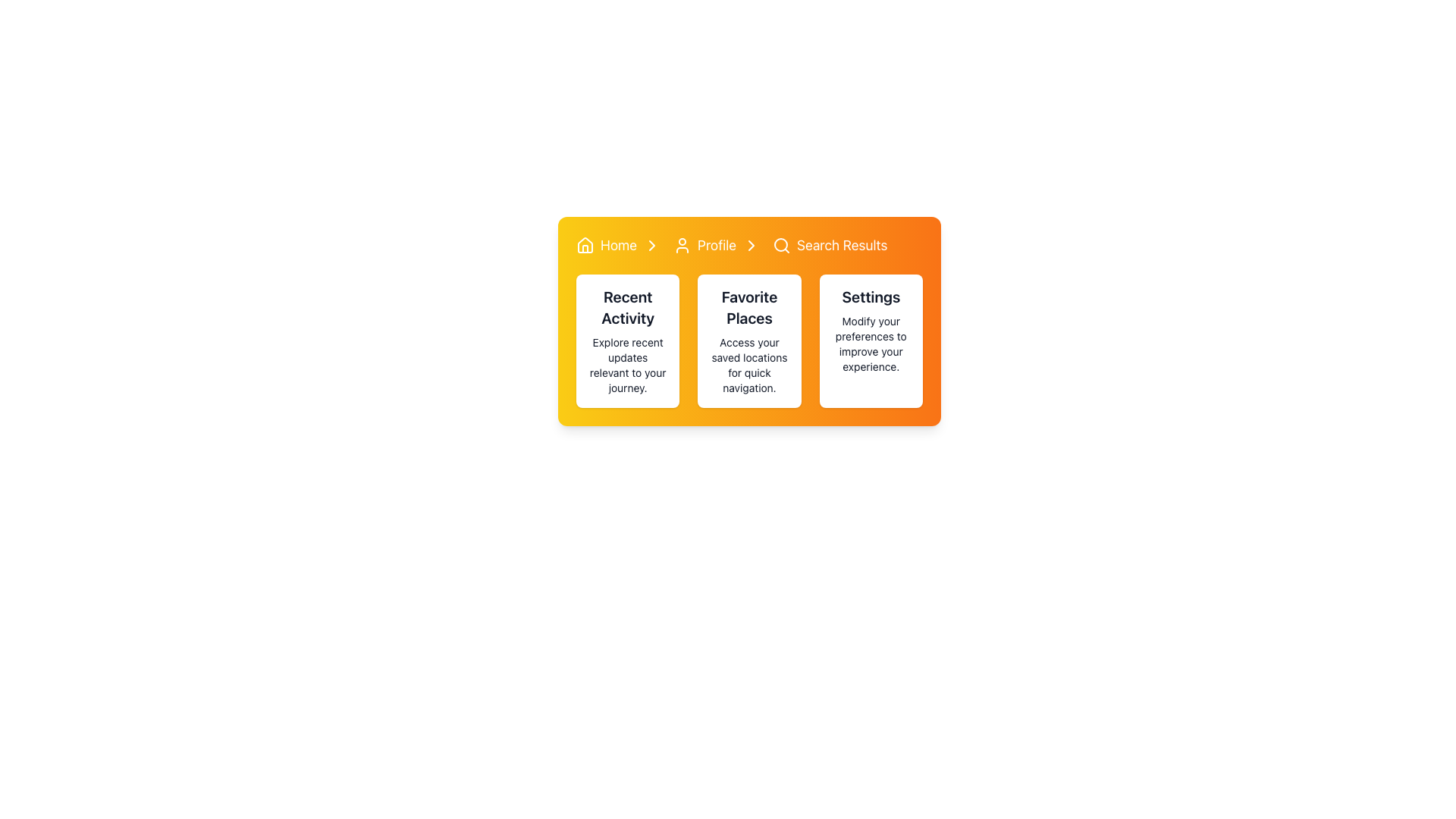 The height and width of the screenshot is (819, 1456). Describe the element at coordinates (628, 307) in the screenshot. I see `the static text element labeled 'Recent Activity', which is styled with a bold, extra-large font and positioned at the top of the first white, rounded, shadowed card in a horizontal layout of three cards` at that location.